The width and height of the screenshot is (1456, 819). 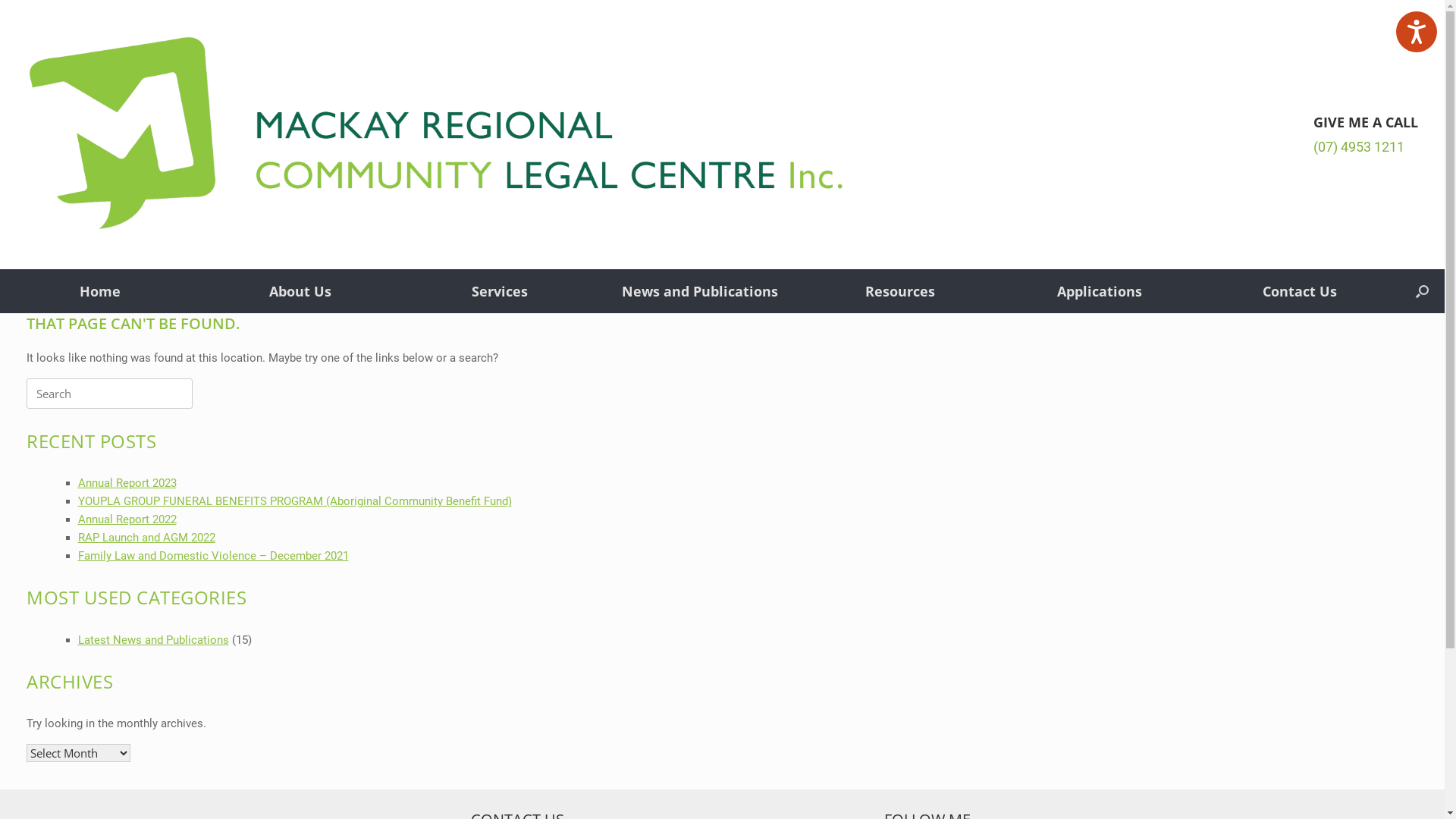 What do you see at coordinates (899, 291) in the screenshot?
I see `'Resources'` at bounding box center [899, 291].